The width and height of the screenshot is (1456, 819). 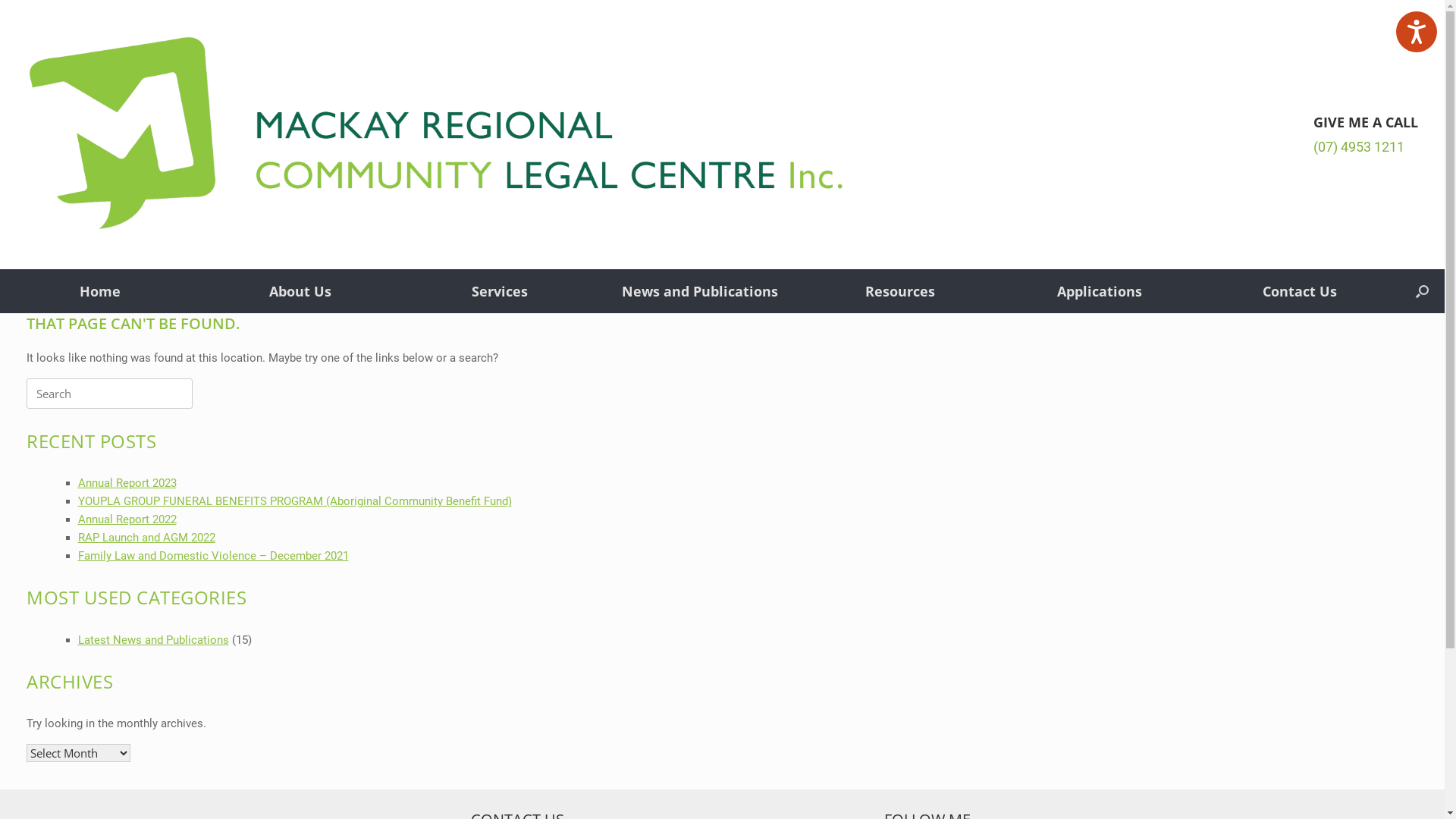 What do you see at coordinates (899, 291) in the screenshot?
I see `'Resources'` at bounding box center [899, 291].